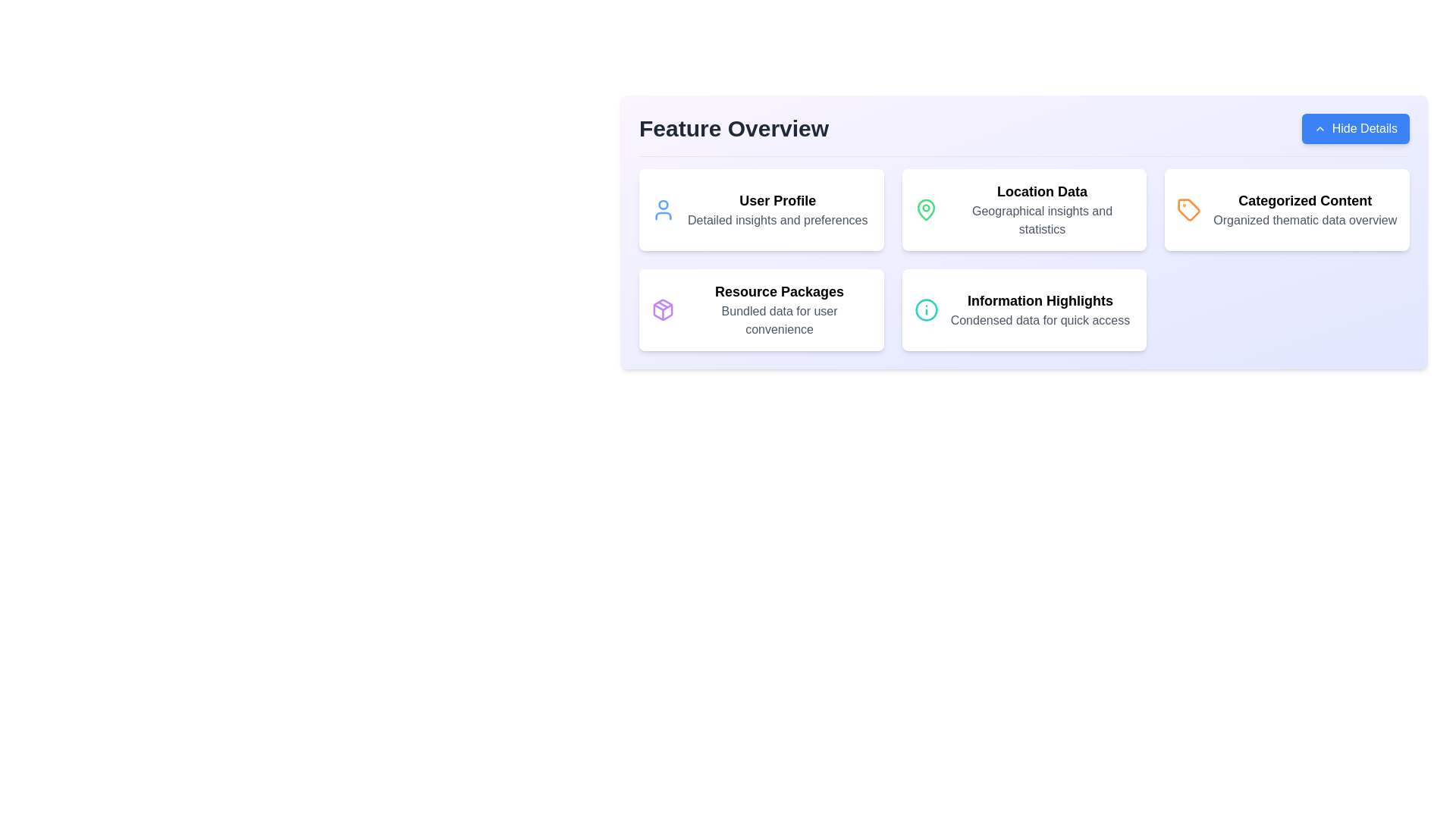 The height and width of the screenshot is (819, 1456). I want to click on the Text label that provides a brief description within the 'Information Highlights' card, located in the 'Feature Overview' section, so click(1040, 320).